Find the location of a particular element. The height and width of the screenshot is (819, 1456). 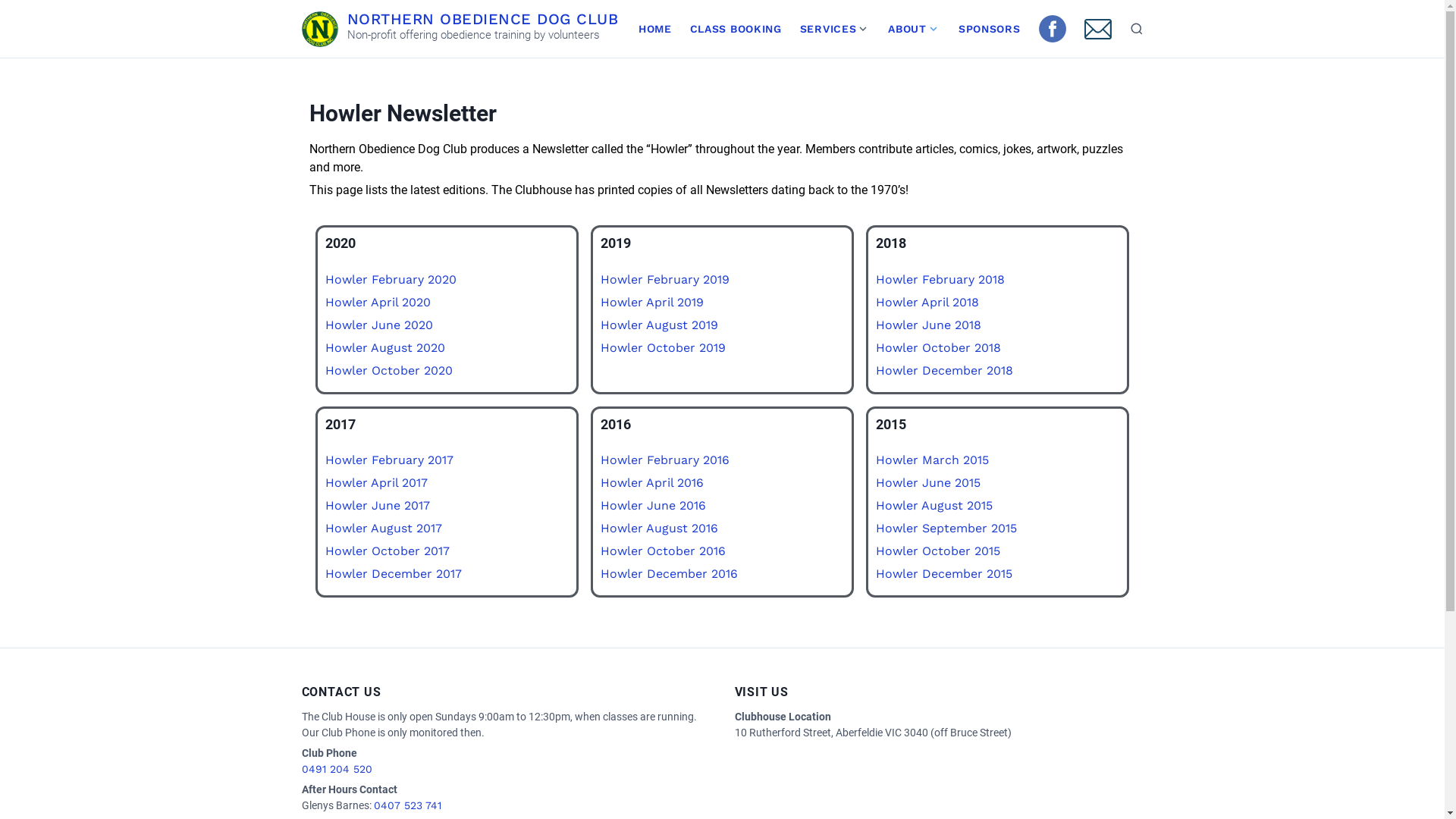

'Howler October 2018' is located at coordinates (876, 347).